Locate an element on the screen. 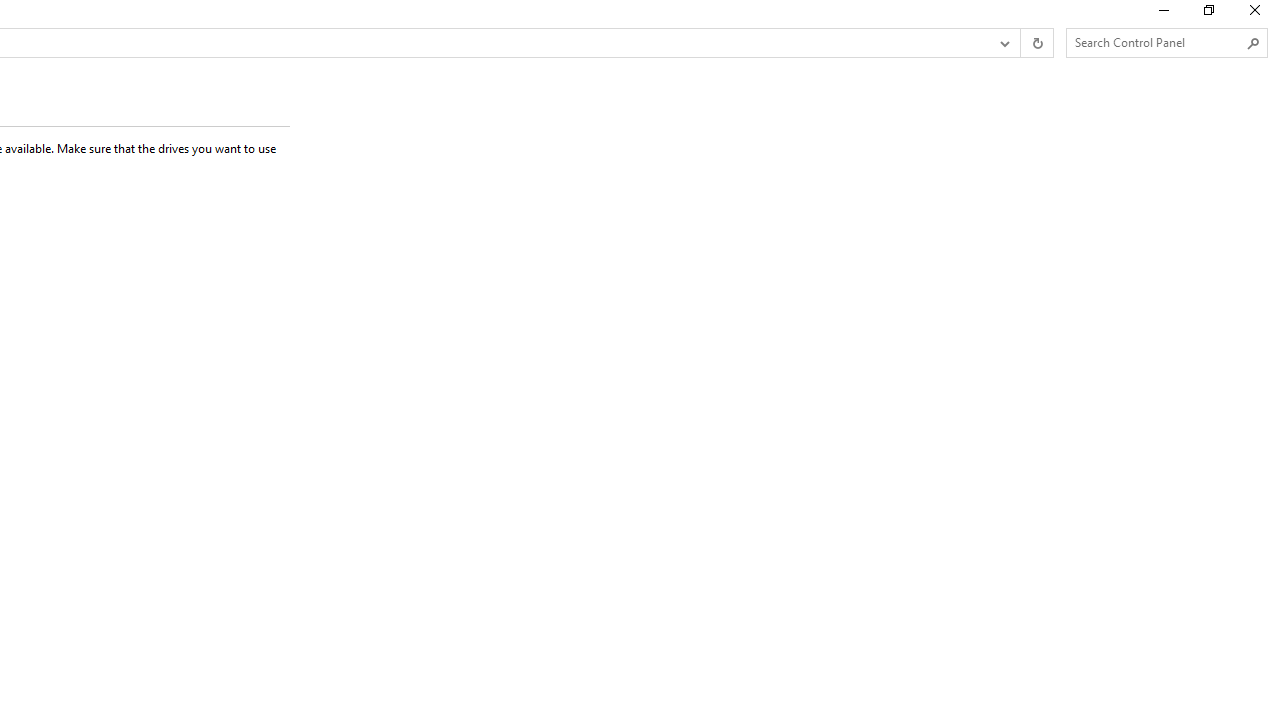 The image size is (1280, 720). 'Previous Locations' is located at coordinates (1003, 43).